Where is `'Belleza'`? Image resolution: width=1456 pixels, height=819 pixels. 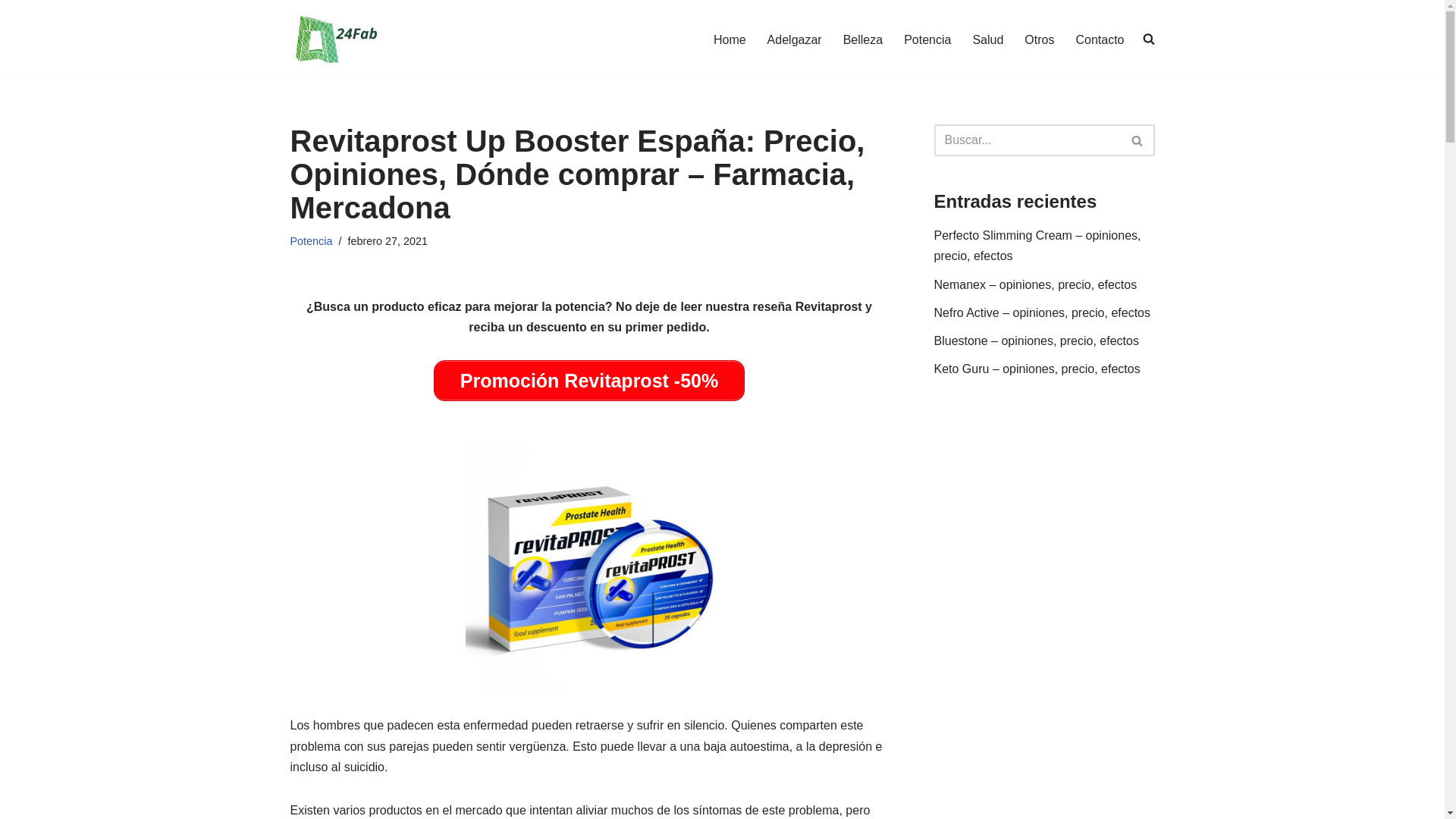 'Belleza' is located at coordinates (862, 39).